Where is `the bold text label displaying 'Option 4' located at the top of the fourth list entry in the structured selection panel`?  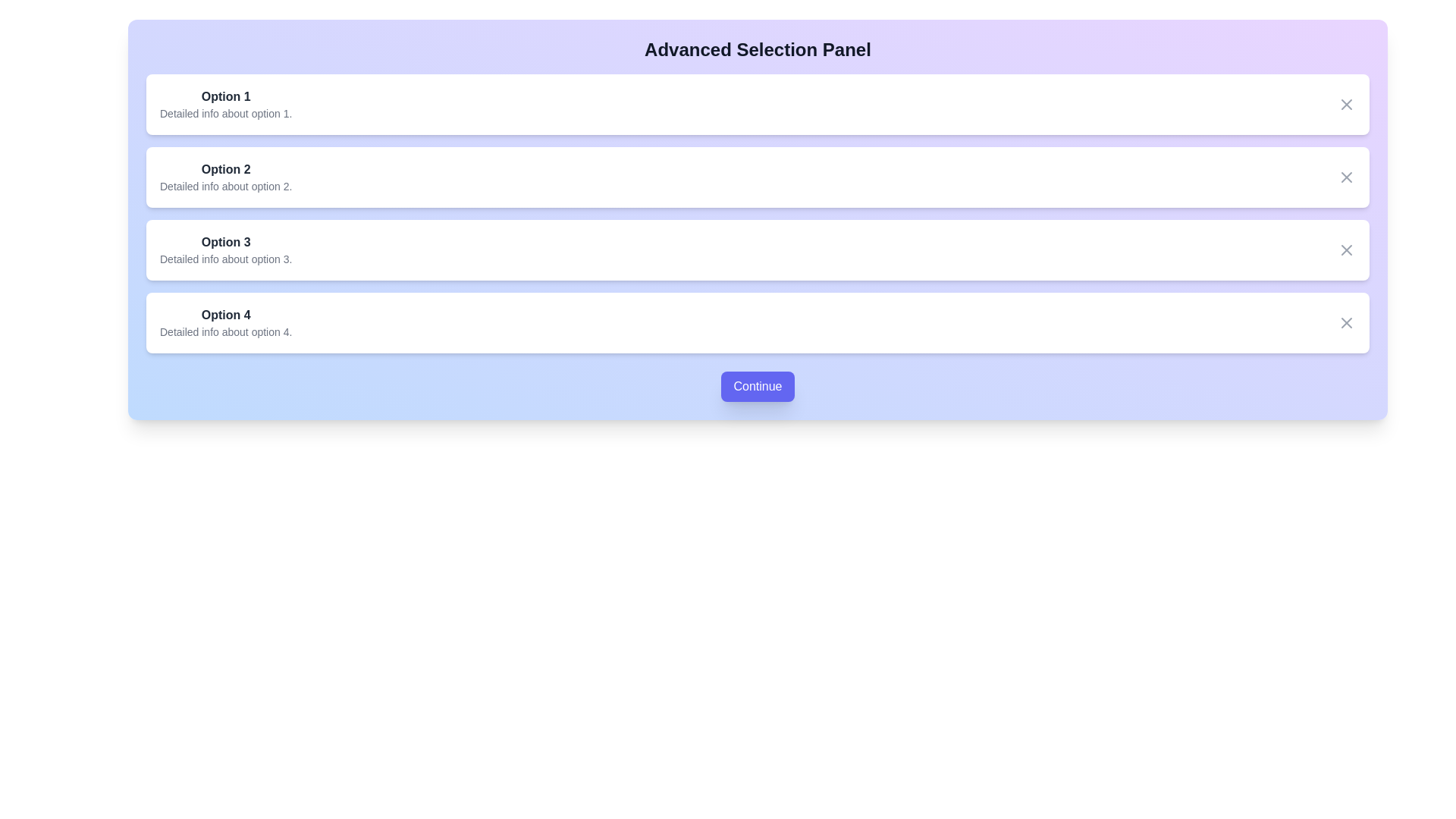 the bold text label displaying 'Option 4' located at the top of the fourth list entry in the structured selection panel is located at coordinates (225, 315).